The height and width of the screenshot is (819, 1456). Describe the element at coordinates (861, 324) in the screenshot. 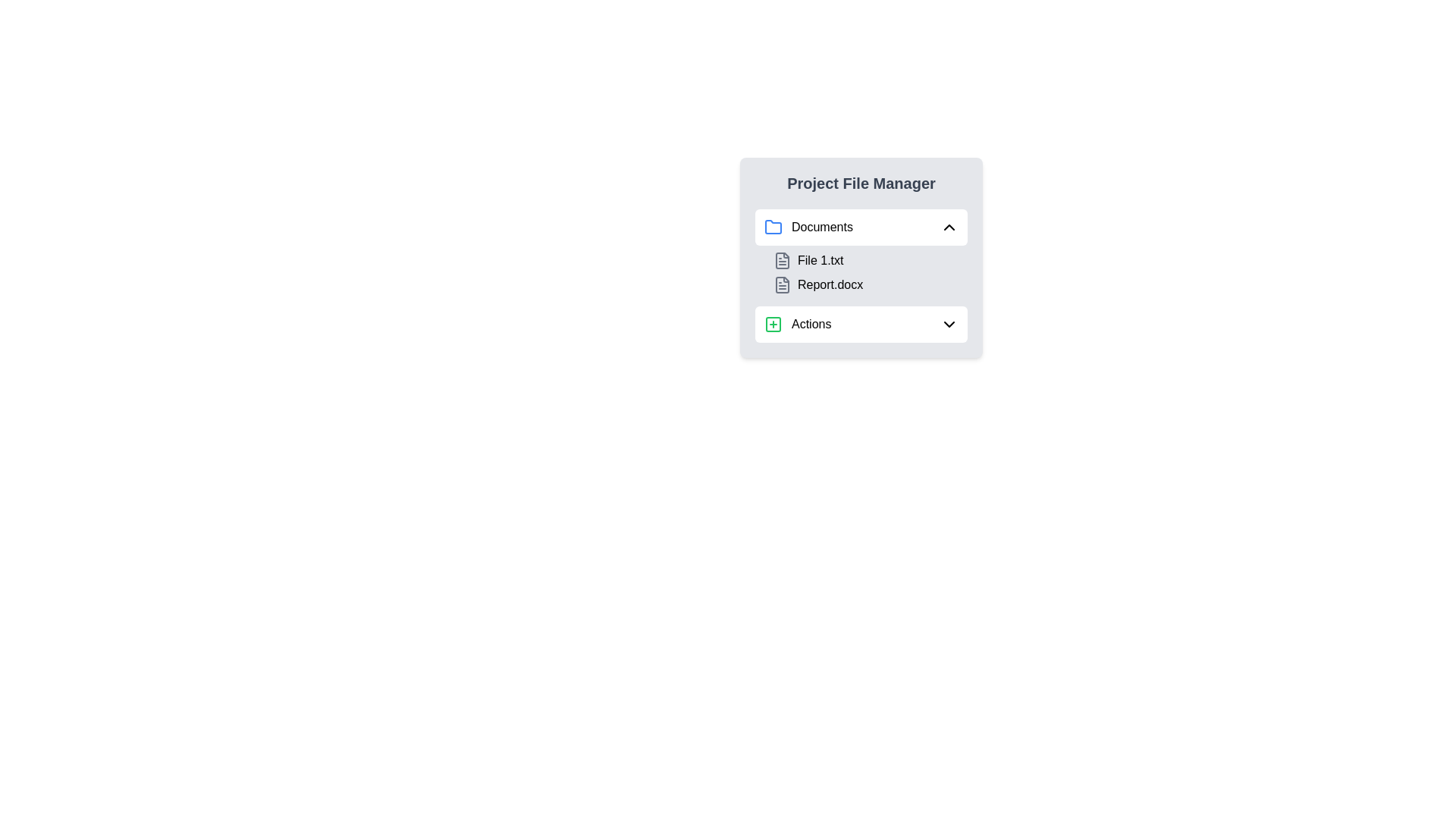

I see `the dropdown button located at the bottom of the list of items labeled 'Documents', 'File 1.txt', and 'Report.docx'` at that location.